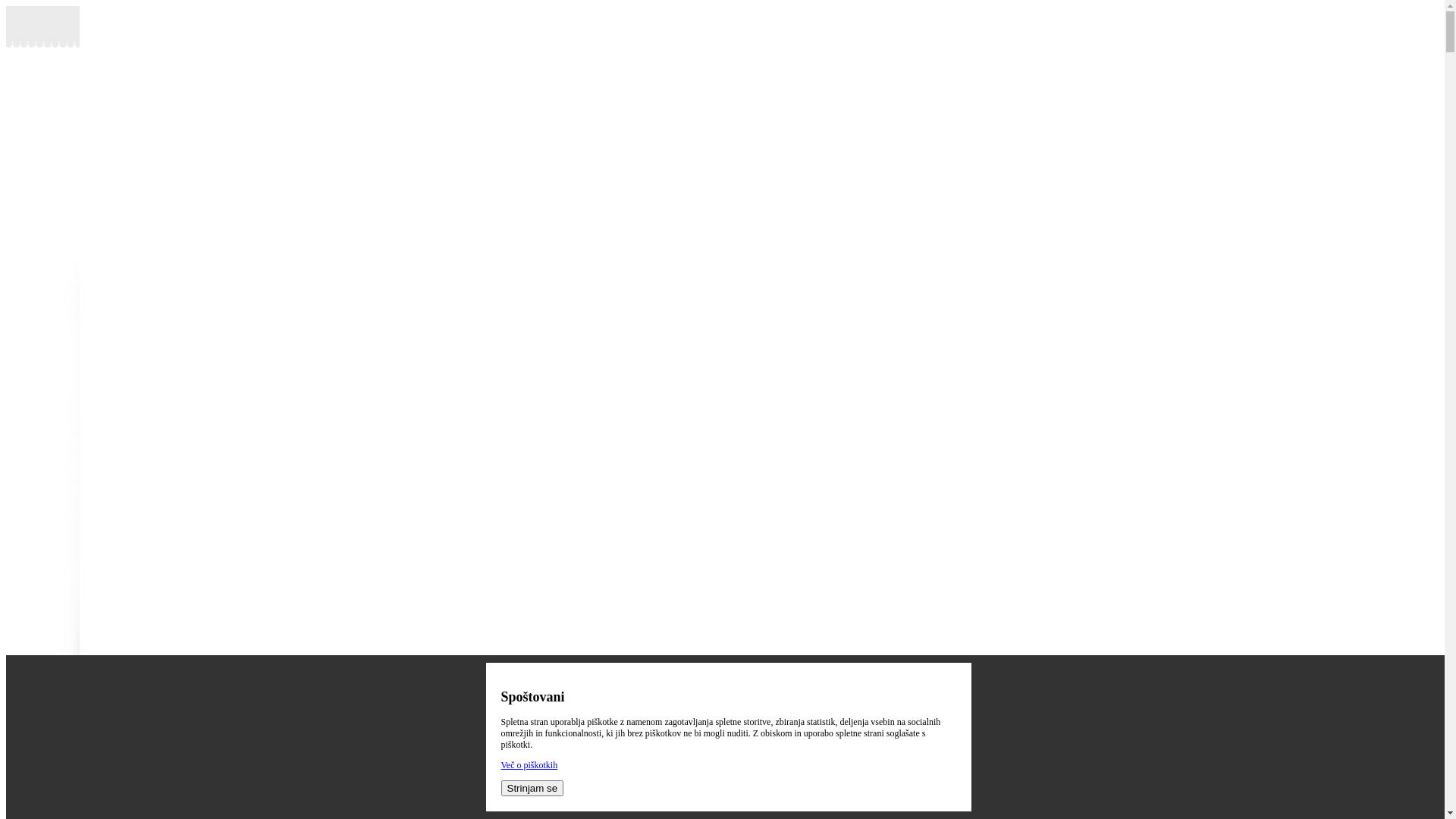 Image resolution: width=1456 pixels, height=819 pixels. I want to click on 'Strinjam se', so click(532, 787).